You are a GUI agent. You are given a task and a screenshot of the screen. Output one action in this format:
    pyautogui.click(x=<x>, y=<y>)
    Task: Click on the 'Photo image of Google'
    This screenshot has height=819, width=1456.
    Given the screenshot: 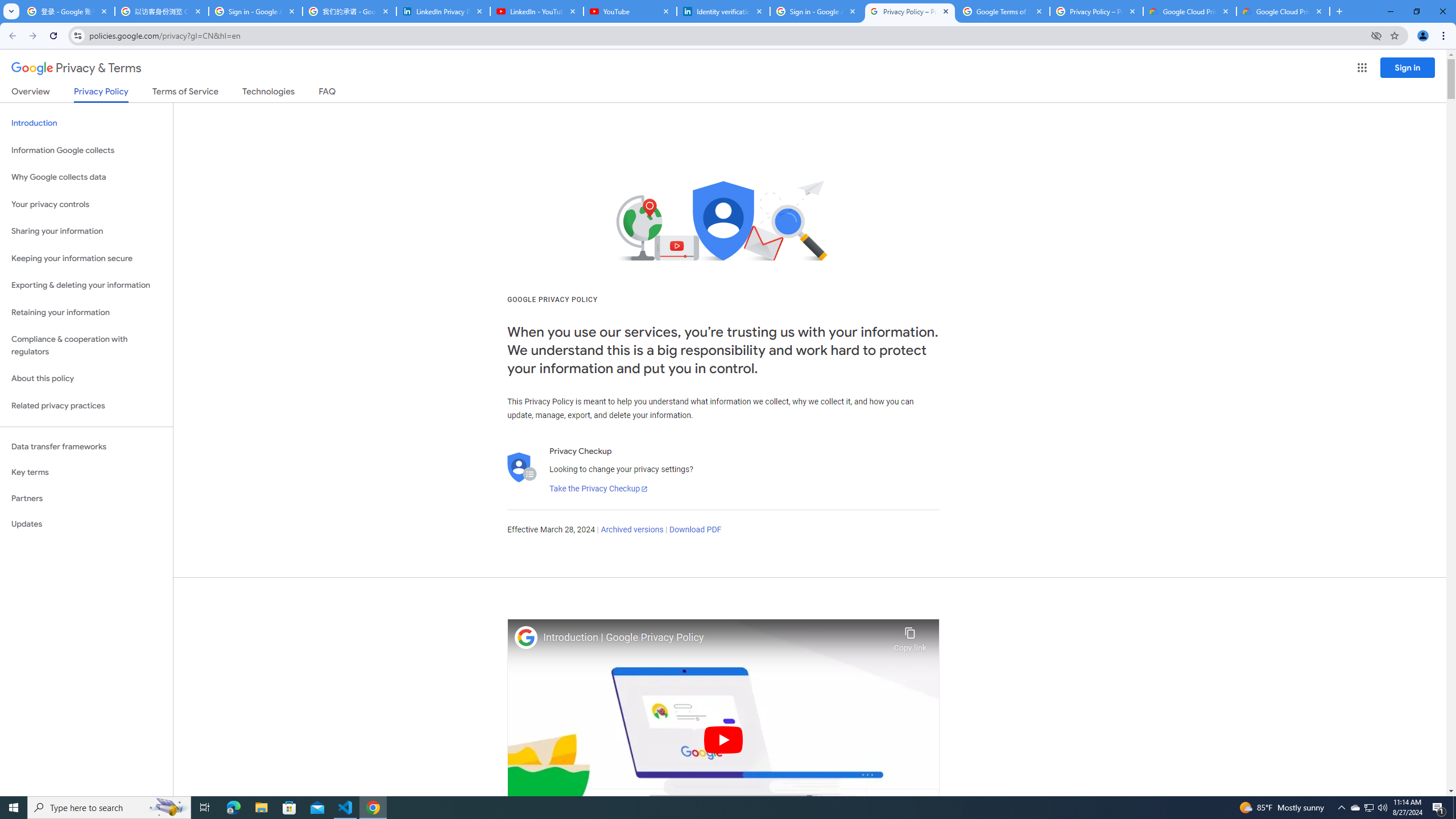 What is the action you would take?
    pyautogui.click(x=526, y=636)
    